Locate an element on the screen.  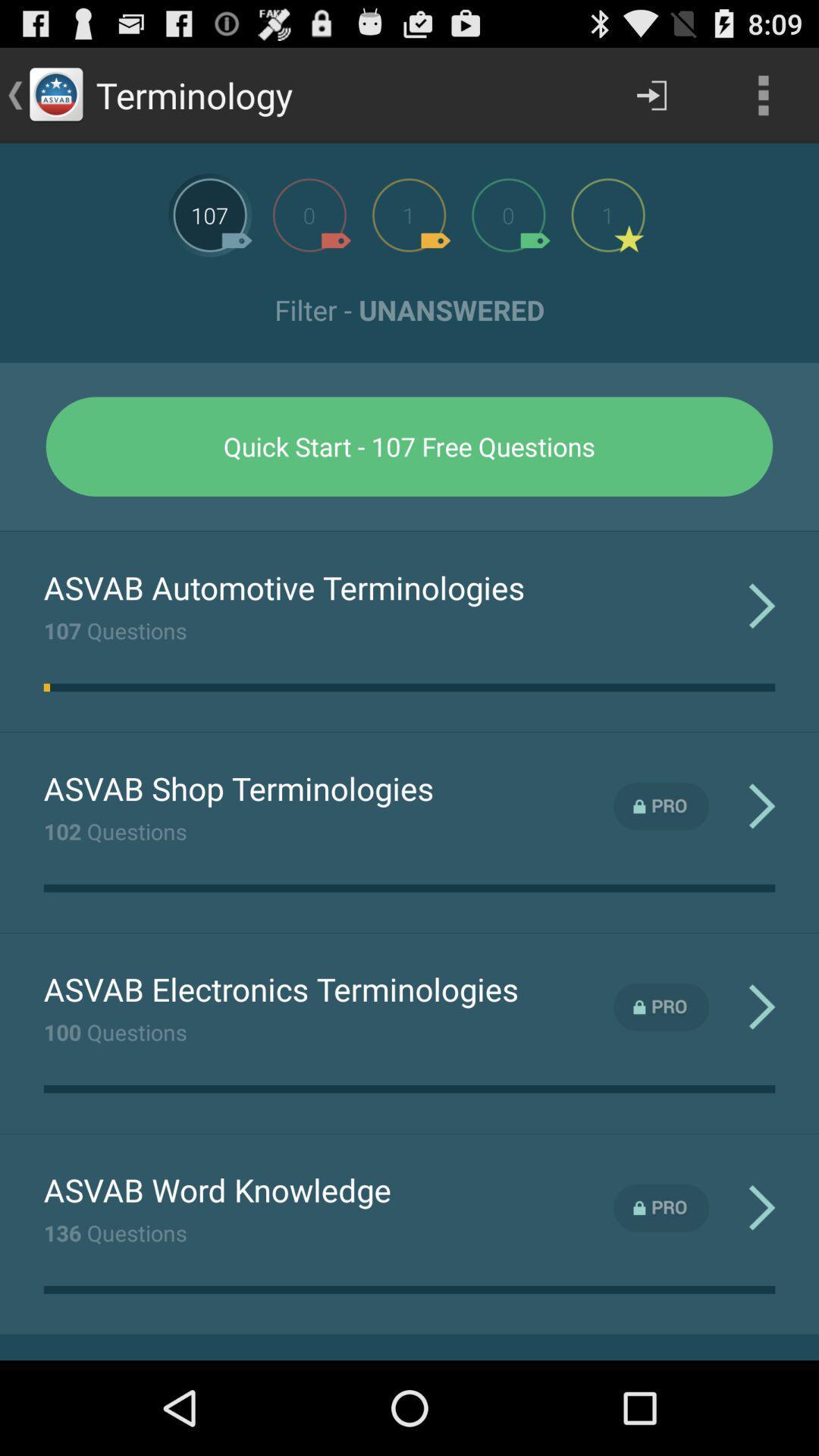
app above 136 questions item is located at coordinates (217, 1189).